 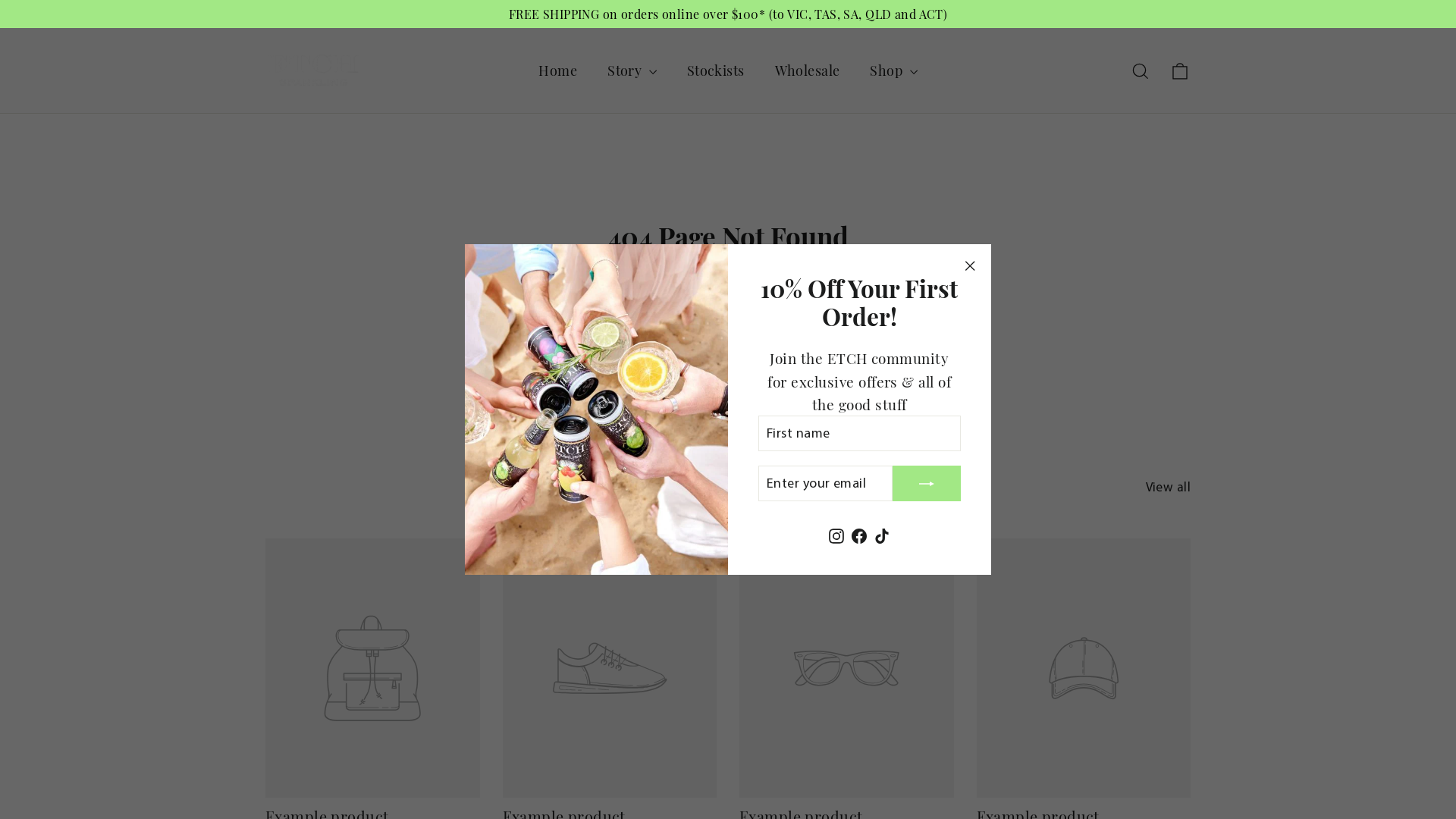 I want to click on 'Cart', so click(x=1178, y=70).